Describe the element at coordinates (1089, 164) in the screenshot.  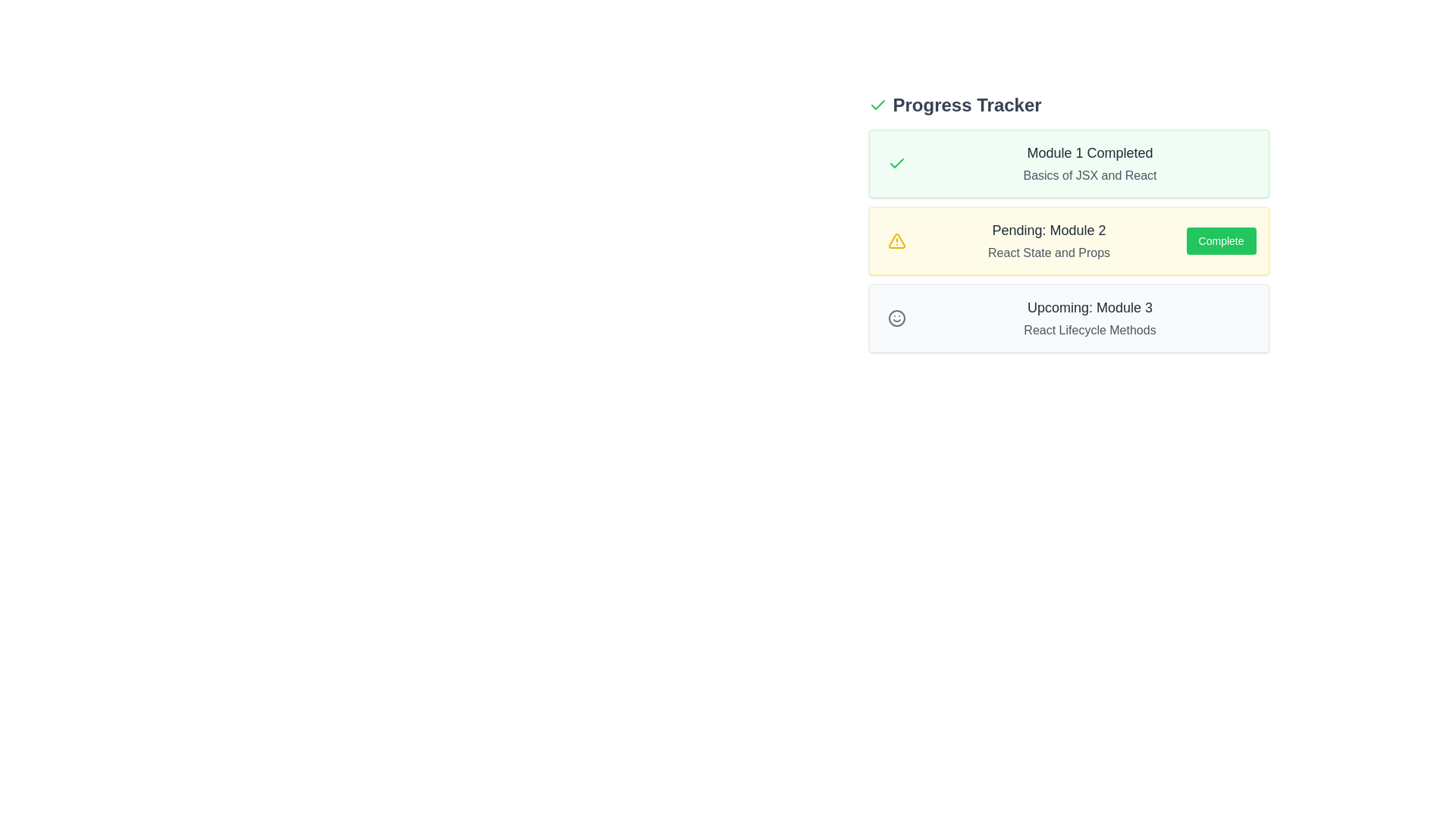
I see `the Text Block displaying the name and status of a completed module in the Progress Tracker interface, located under the checkmark icon` at that location.